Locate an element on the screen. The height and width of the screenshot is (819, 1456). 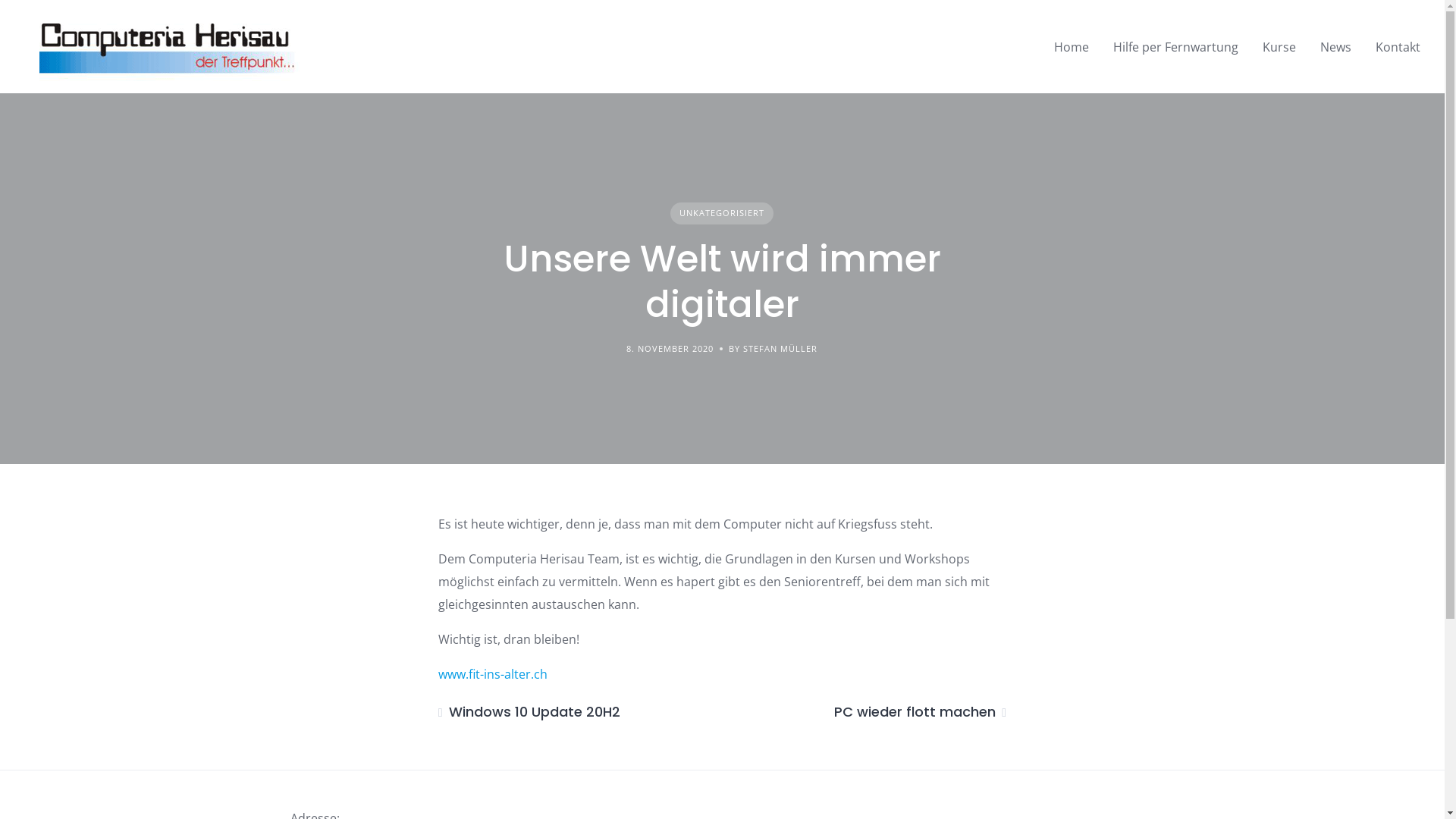
'News' is located at coordinates (1335, 45).